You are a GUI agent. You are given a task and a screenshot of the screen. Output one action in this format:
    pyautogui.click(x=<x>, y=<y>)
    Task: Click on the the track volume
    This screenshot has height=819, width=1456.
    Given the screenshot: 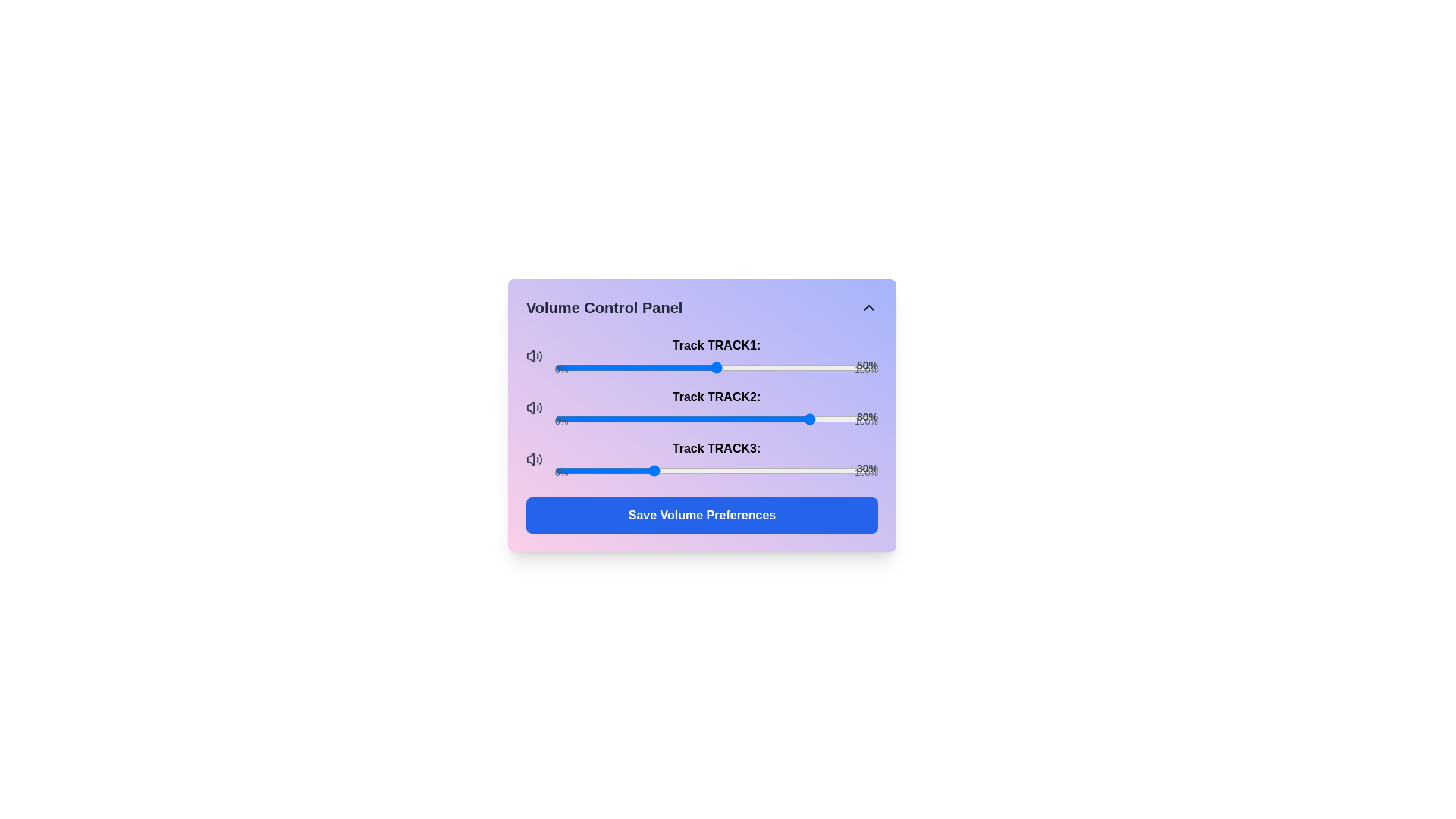 What is the action you would take?
    pyautogui.click(x=586, y=470)
    